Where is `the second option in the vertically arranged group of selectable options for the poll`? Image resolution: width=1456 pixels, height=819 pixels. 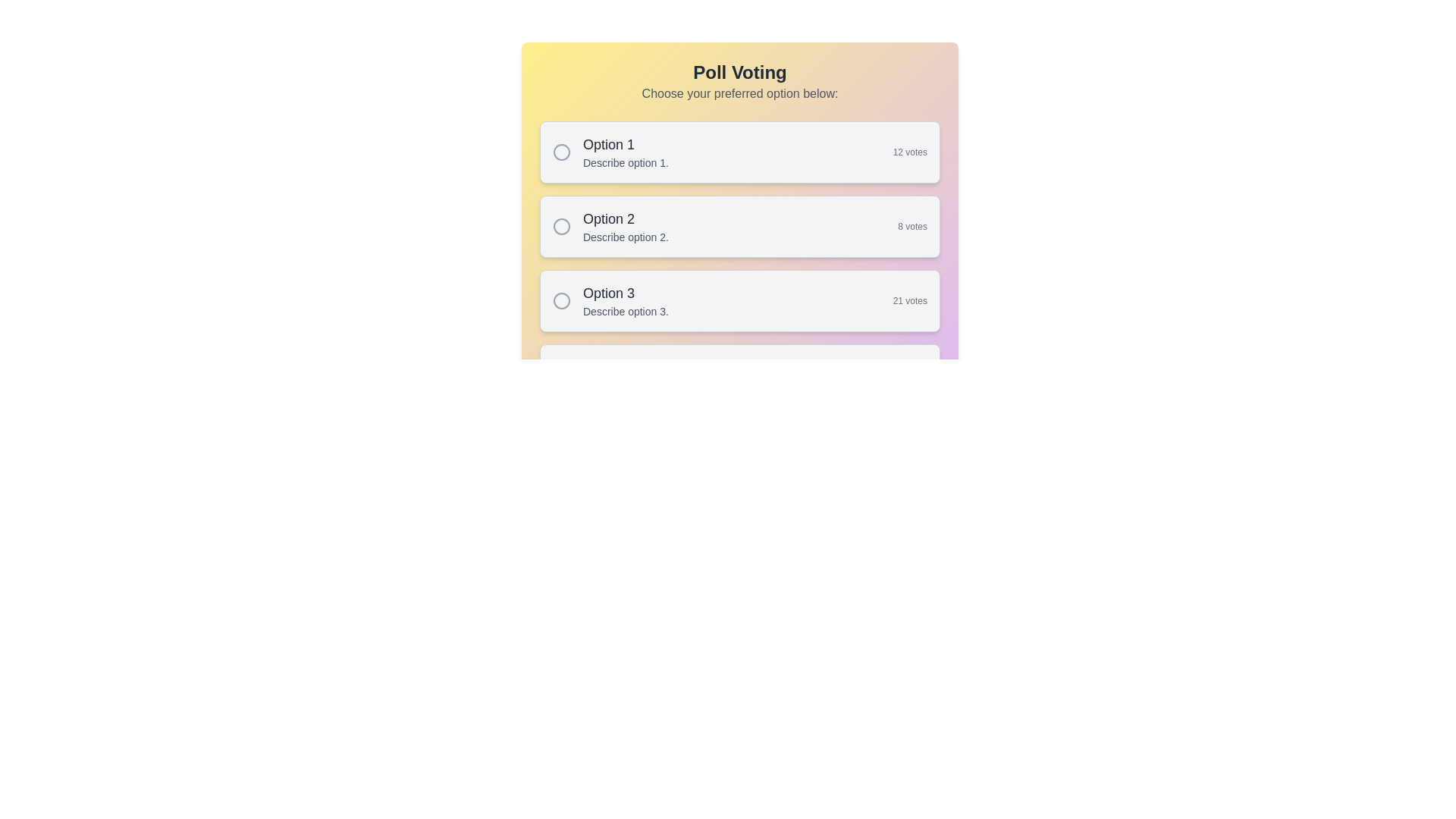 the second option in the vertically arranged group of selectable options for the poll is located at coordinates (739, 262).